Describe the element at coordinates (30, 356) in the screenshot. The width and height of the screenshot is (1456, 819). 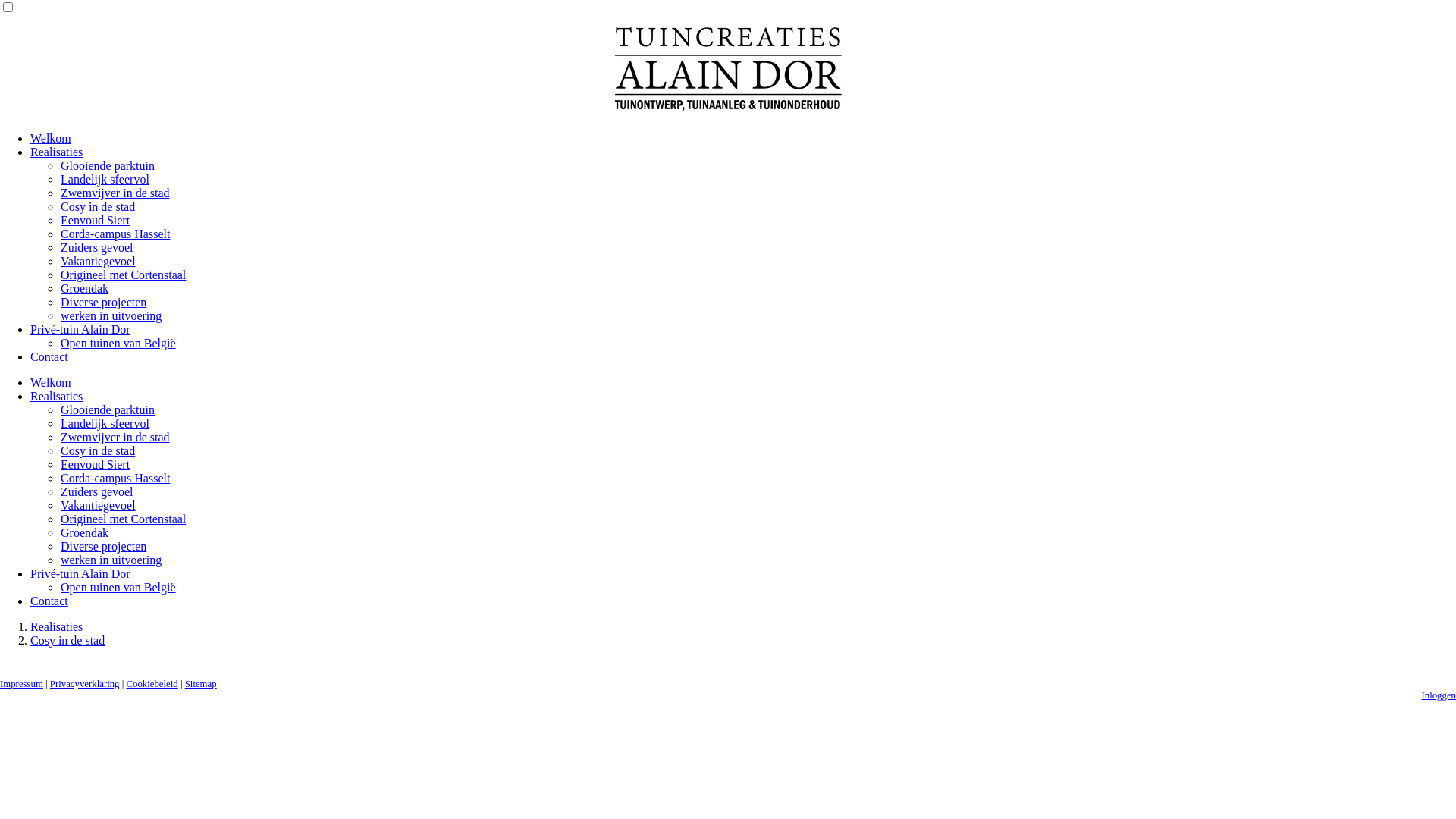
I see `'Contact'` at that location.